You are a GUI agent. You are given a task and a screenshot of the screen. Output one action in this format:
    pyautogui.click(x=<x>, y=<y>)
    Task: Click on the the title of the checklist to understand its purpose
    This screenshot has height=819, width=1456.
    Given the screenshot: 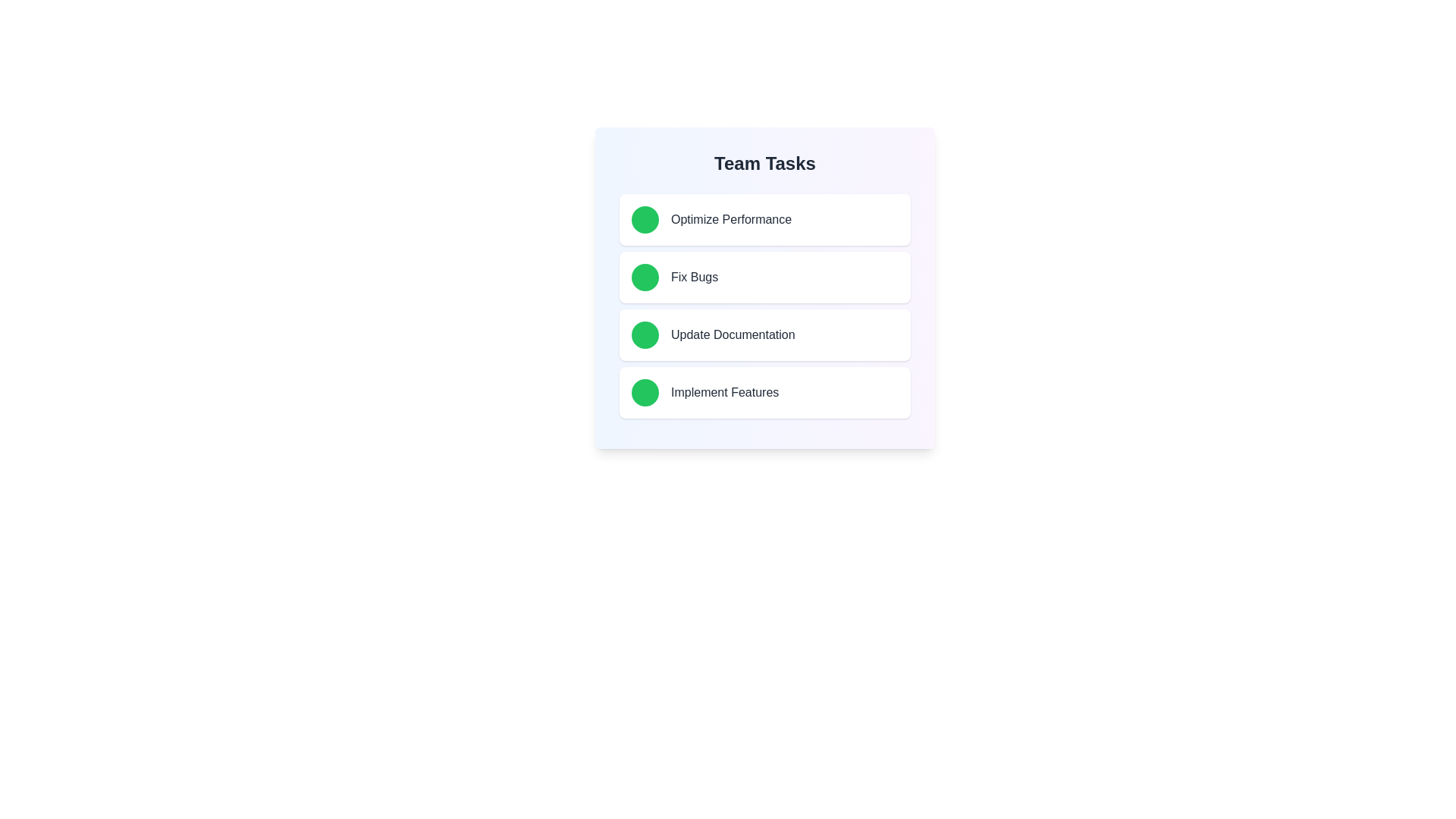 What is the action you would take?
    pyautogui.click(x=764, y=164)
    